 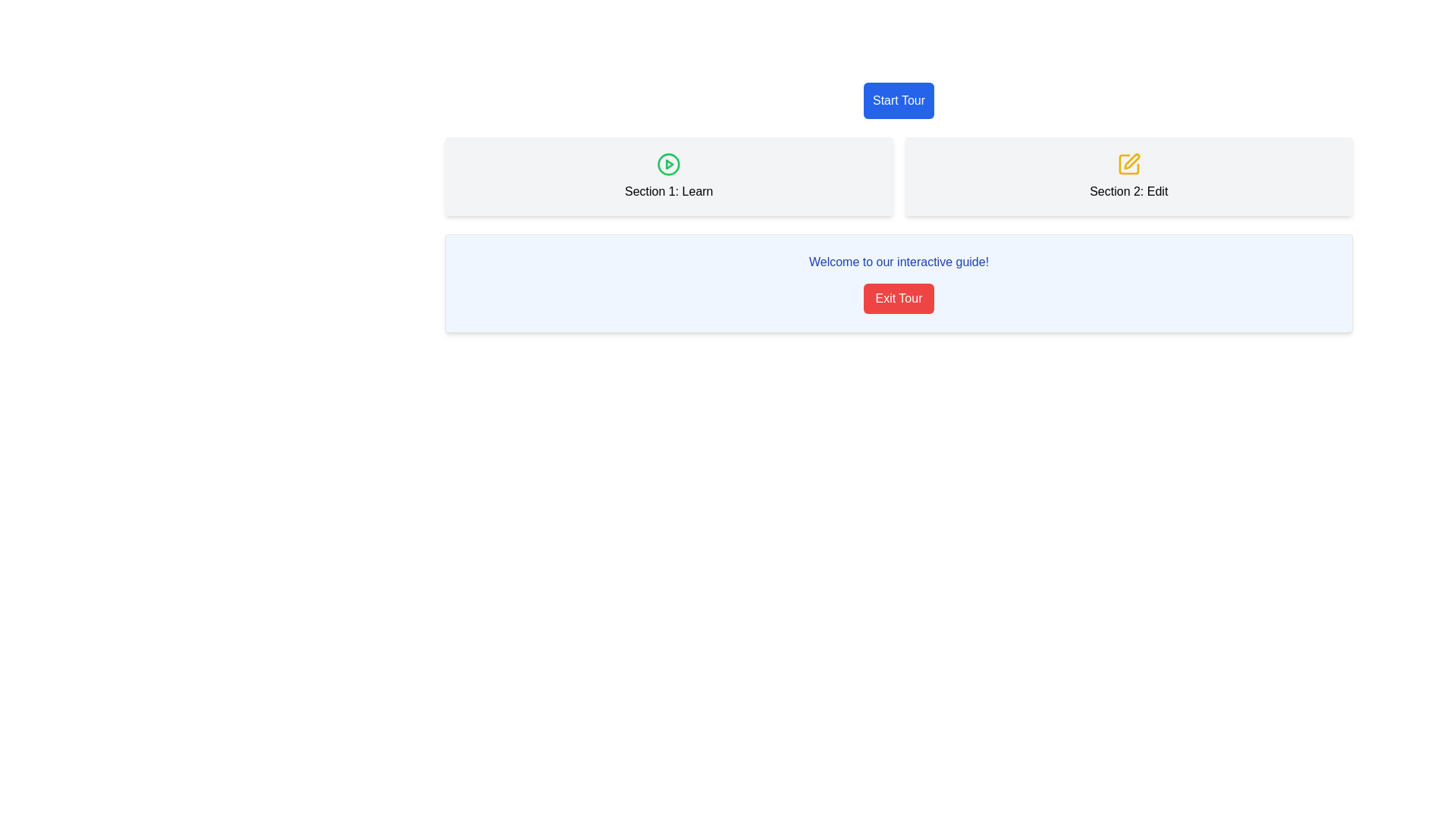 I want to click on the Static Text element that serves as a greeting or introductory message, located in the center of a bordered and rounded rectangular panel below 'Section 1: Learn' and 'Section 2: Edit', and above the 'Exit Tour' button, so click(x=899, y=262).